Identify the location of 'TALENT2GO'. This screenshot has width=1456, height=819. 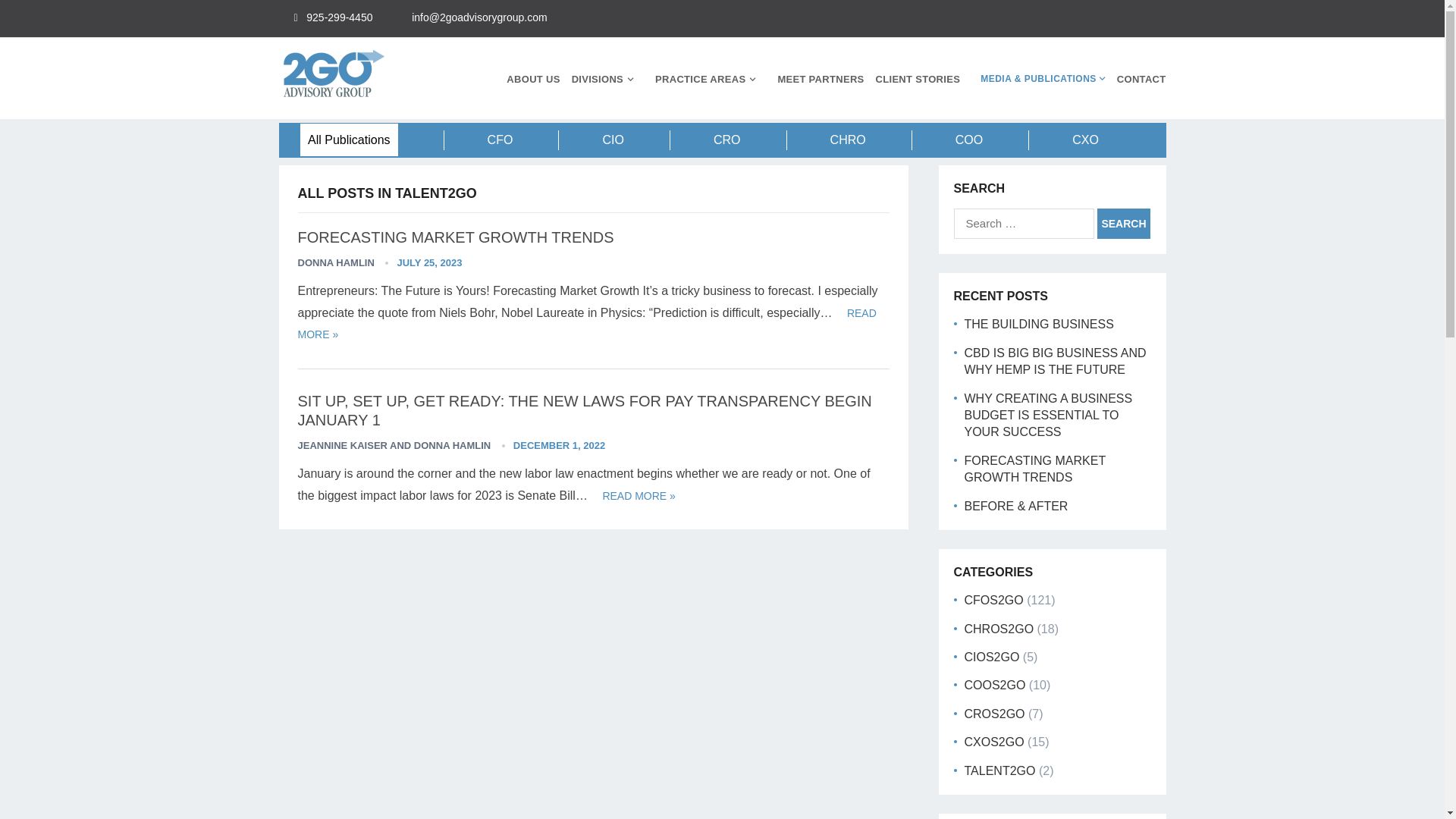
(1000, 770).